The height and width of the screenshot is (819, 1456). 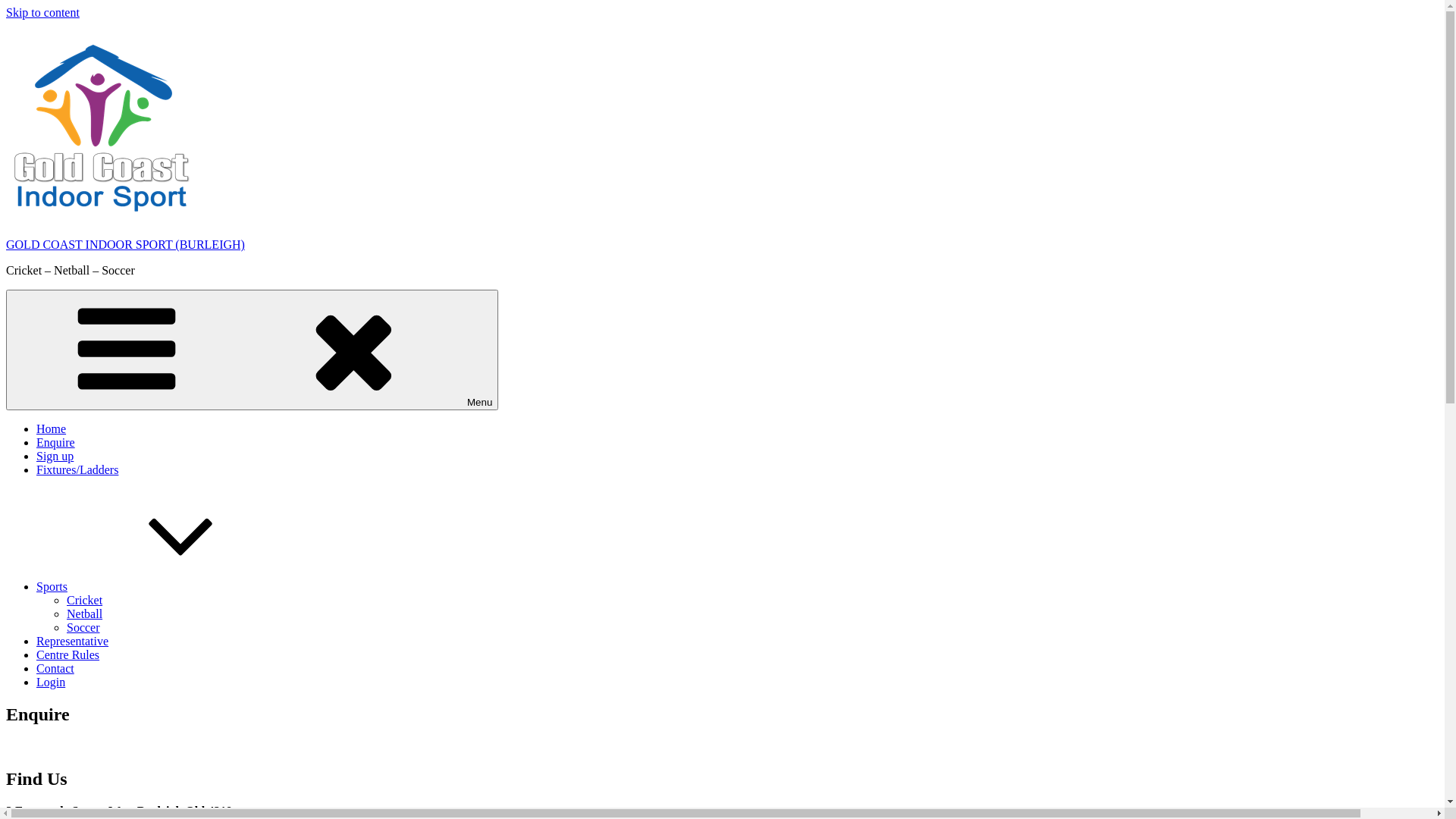 I want to click on 'Contact', so click(x=55, y=667).